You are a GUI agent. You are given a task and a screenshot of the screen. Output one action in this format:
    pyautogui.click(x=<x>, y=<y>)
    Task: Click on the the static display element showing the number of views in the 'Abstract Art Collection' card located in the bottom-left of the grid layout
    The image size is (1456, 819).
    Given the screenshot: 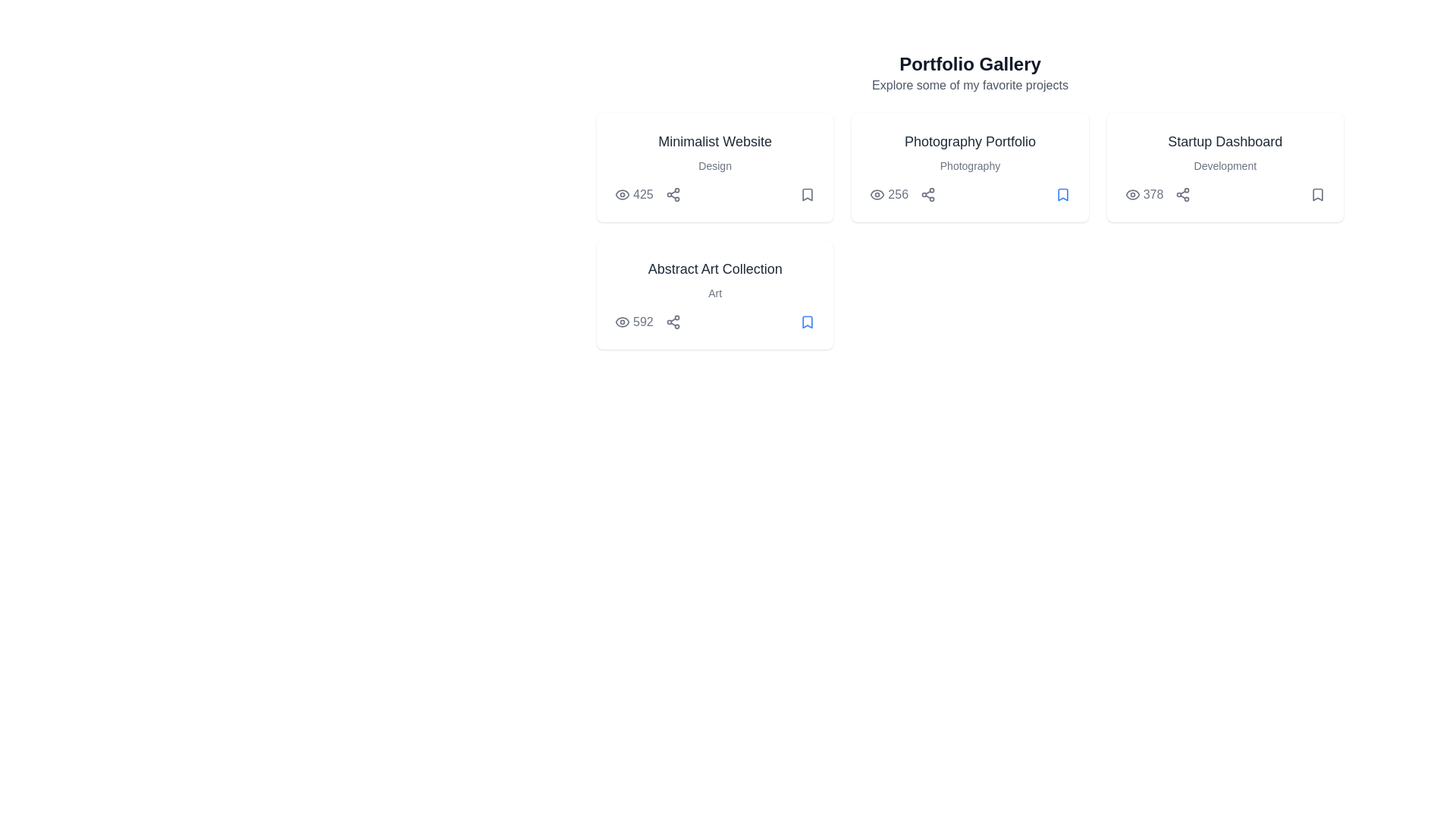 What is the action you would take?
    pyautogui.click(x=634, y=321)
    